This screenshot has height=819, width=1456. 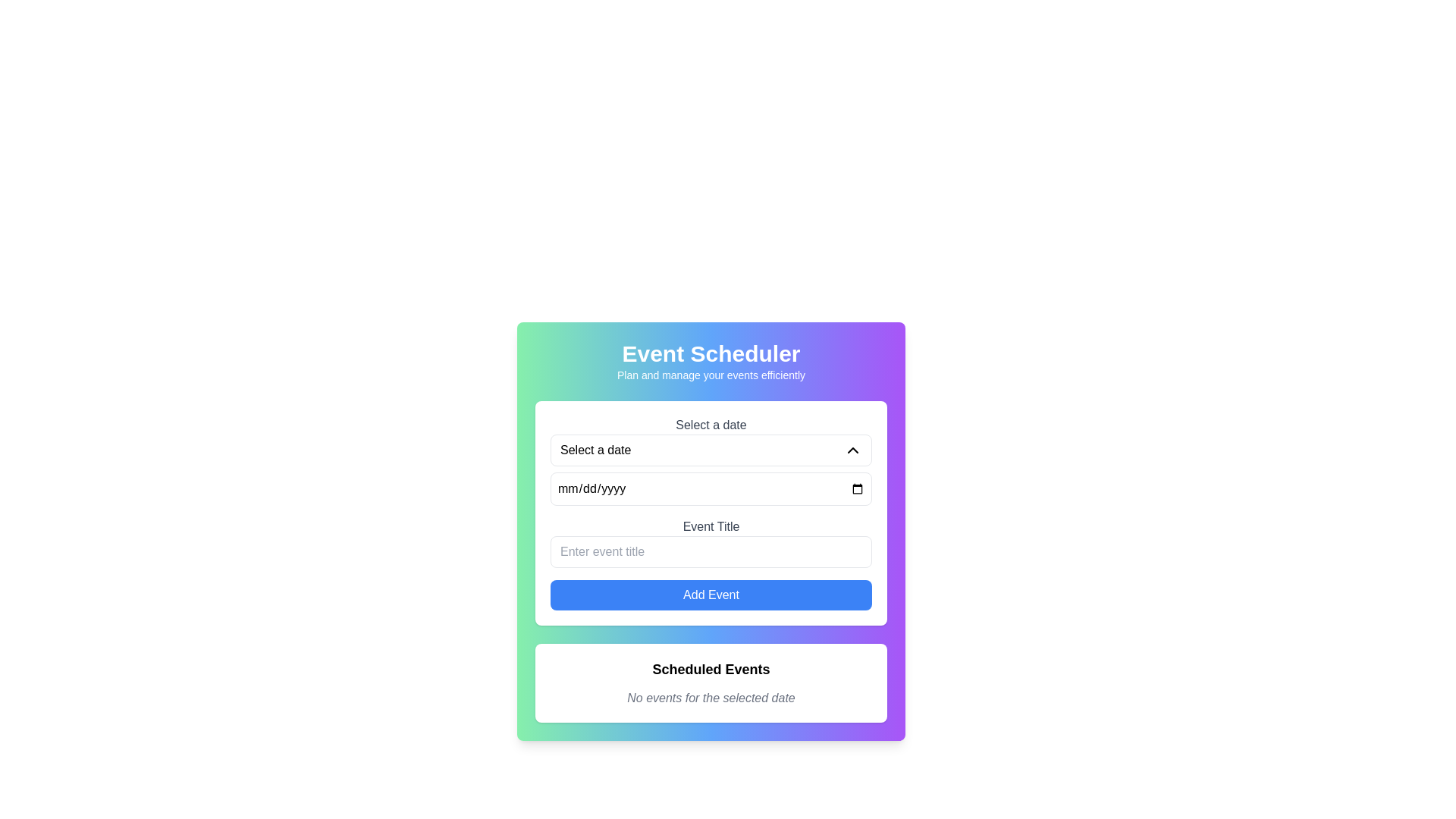 What do you see at coordinates (710, 698) in the screenshot?
I see `the static text notifying users that there are no scheduled events for the currently selected date, located directly below the 'Scheduled Events' heading in the 'Scheduled Events' section` at bounding box center [710, 698].